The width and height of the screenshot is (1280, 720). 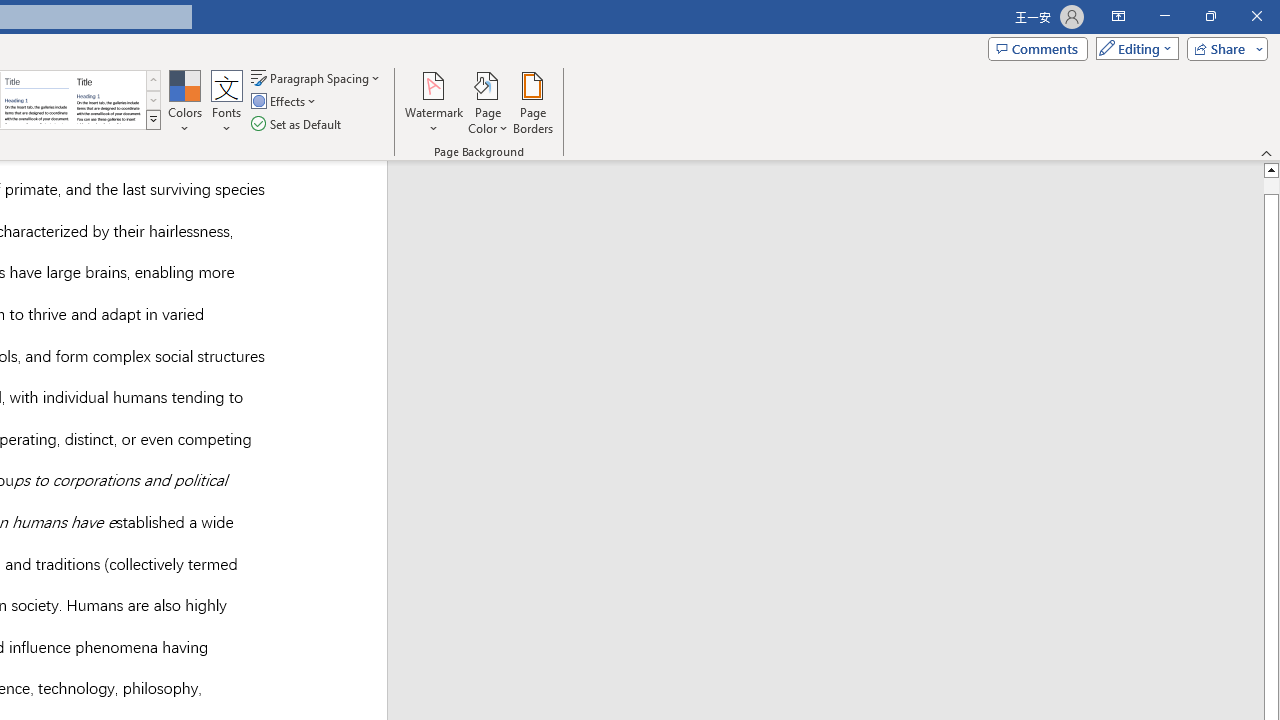 I want to click on 'Word 2010', so click(x=37, y=100).